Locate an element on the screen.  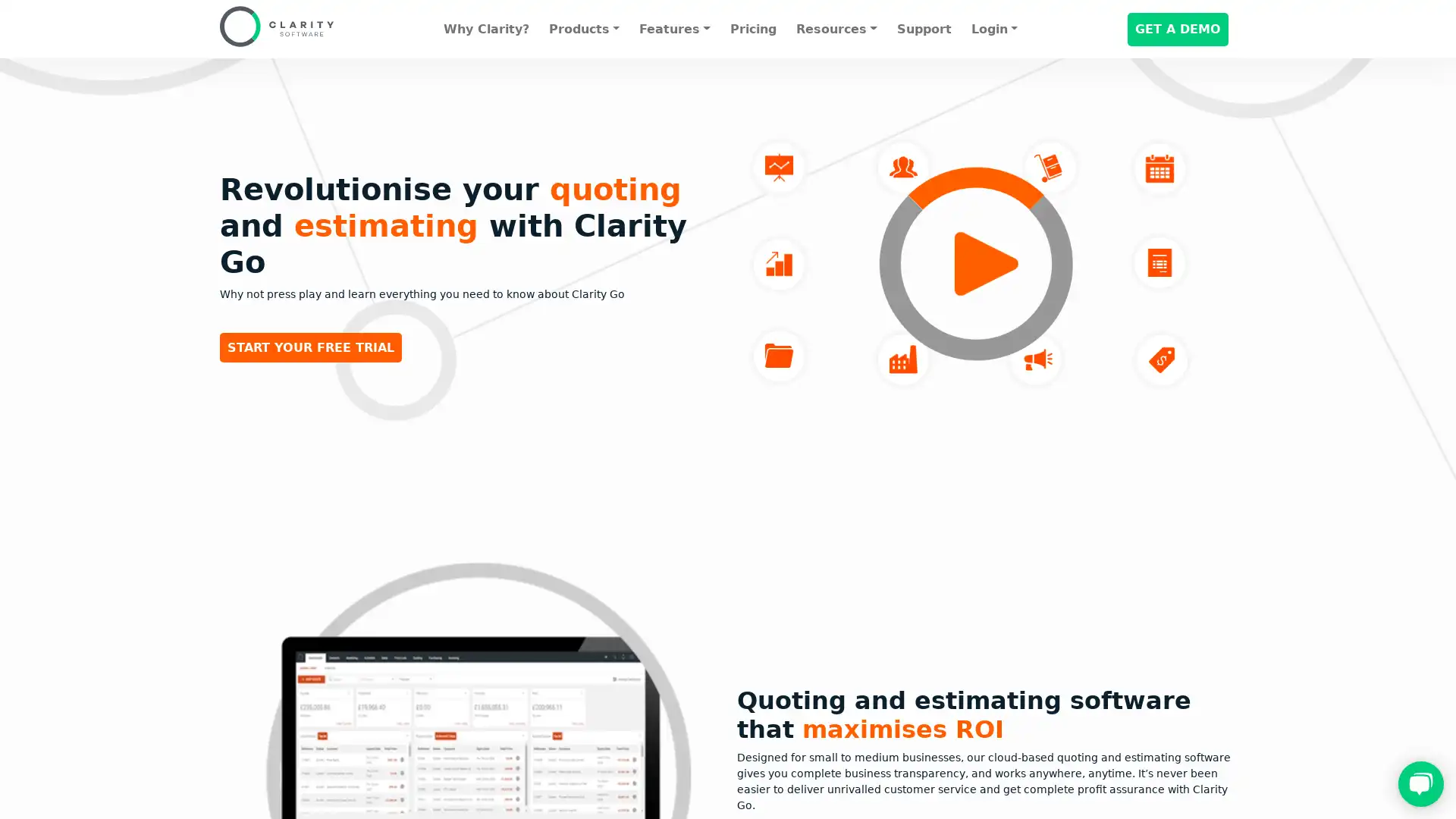
Resources is located at coordinates (836, 29).